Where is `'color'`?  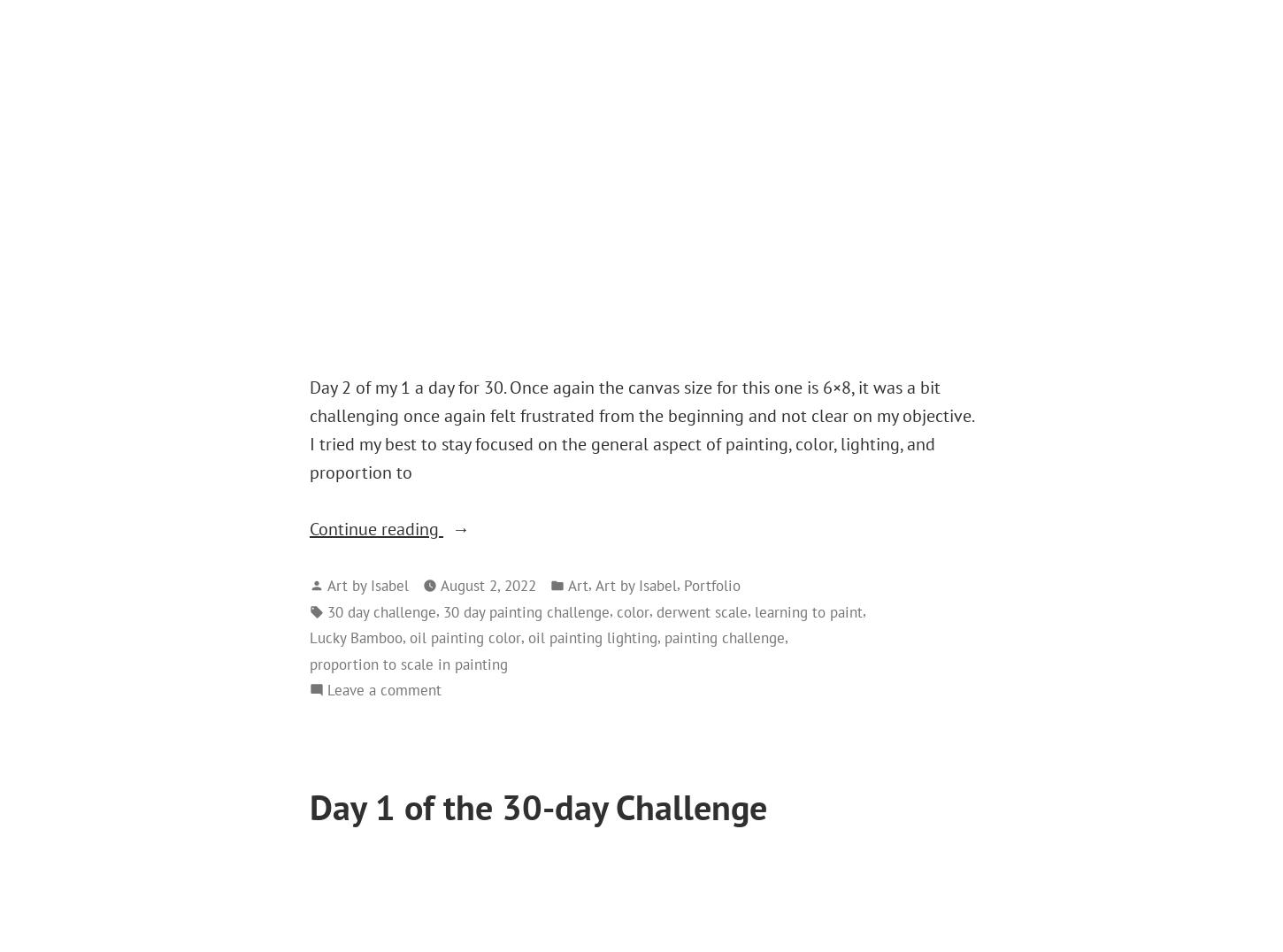 'color' is located at coordinates (632, 610).